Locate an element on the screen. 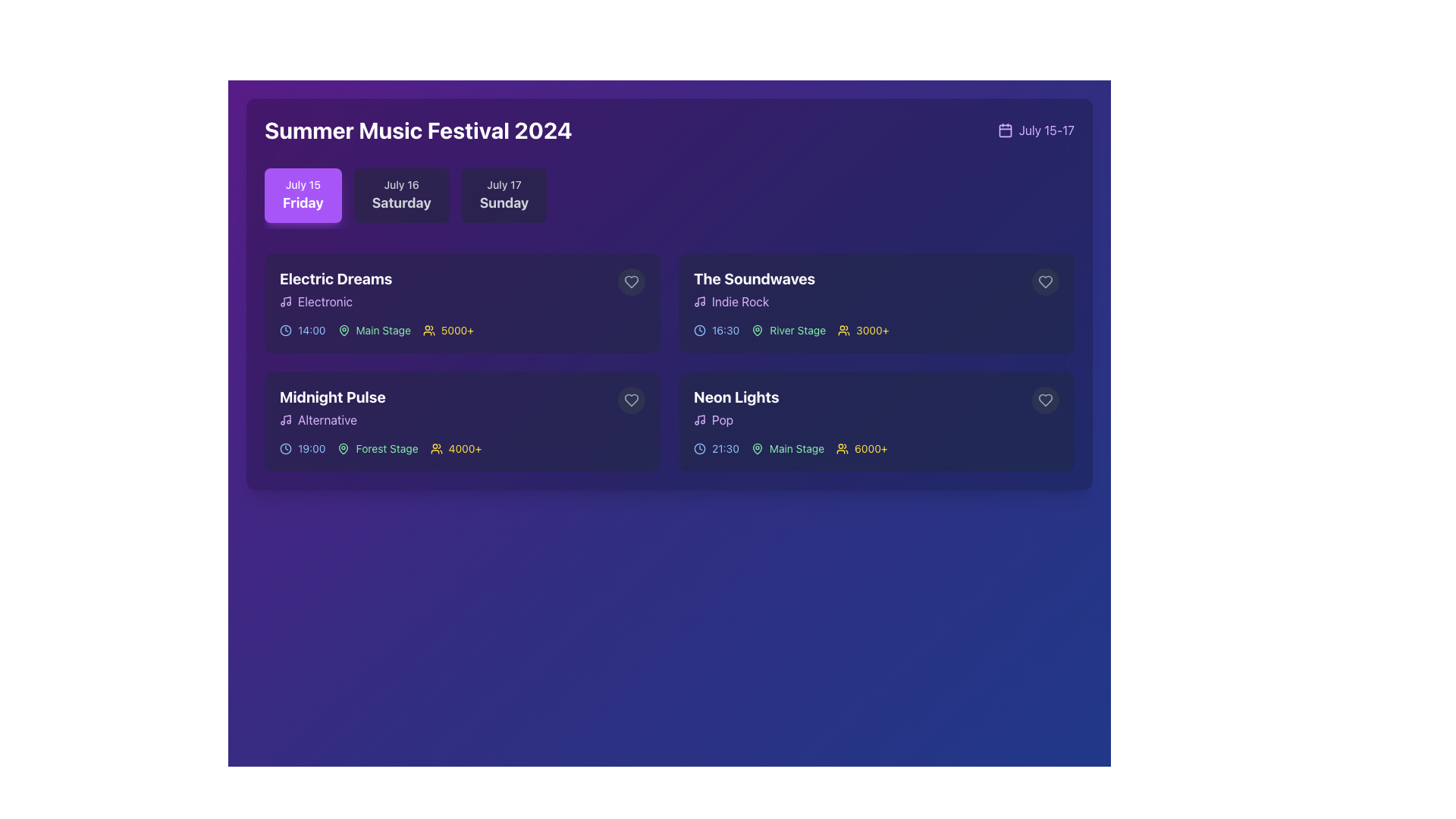  text label displaying 'Indie Rock' in purple, located within the details section of the music event card under the title 'The Soundwaves' is located at coordinates (740, 301).